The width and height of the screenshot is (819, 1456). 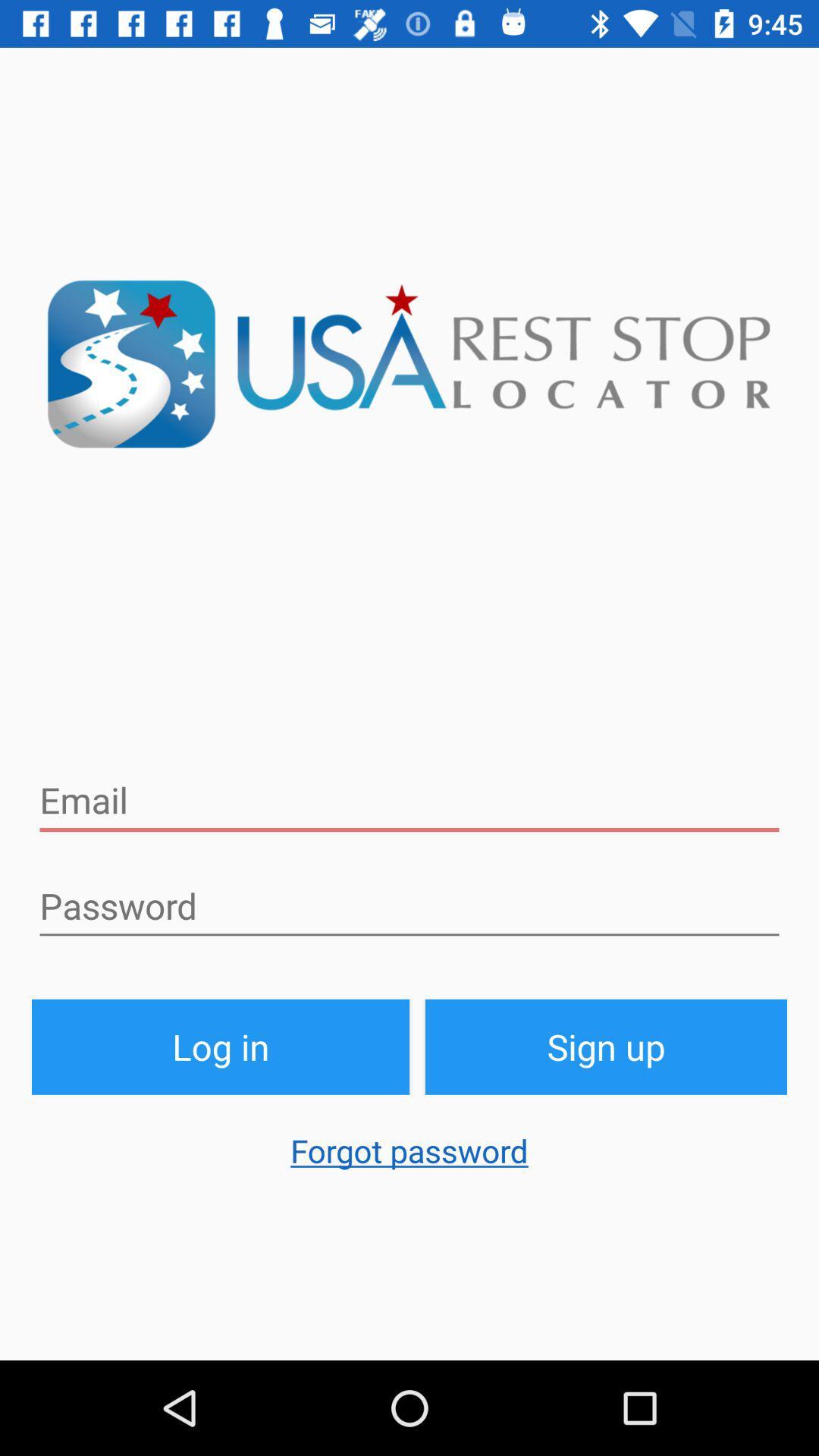 I want to click on the log in icon, so click(x=220, y=1046).